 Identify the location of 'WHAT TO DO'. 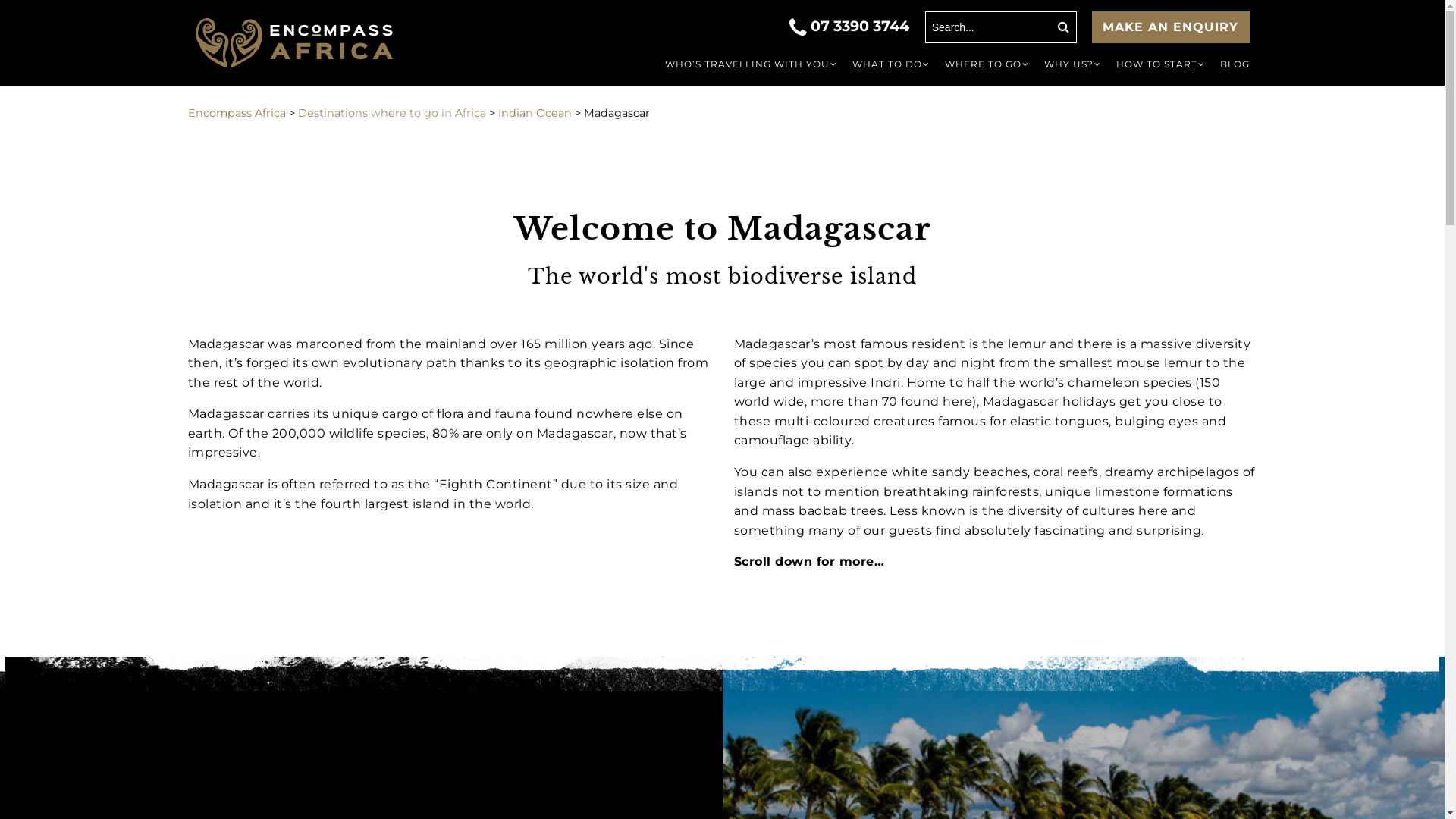
(891, 63).